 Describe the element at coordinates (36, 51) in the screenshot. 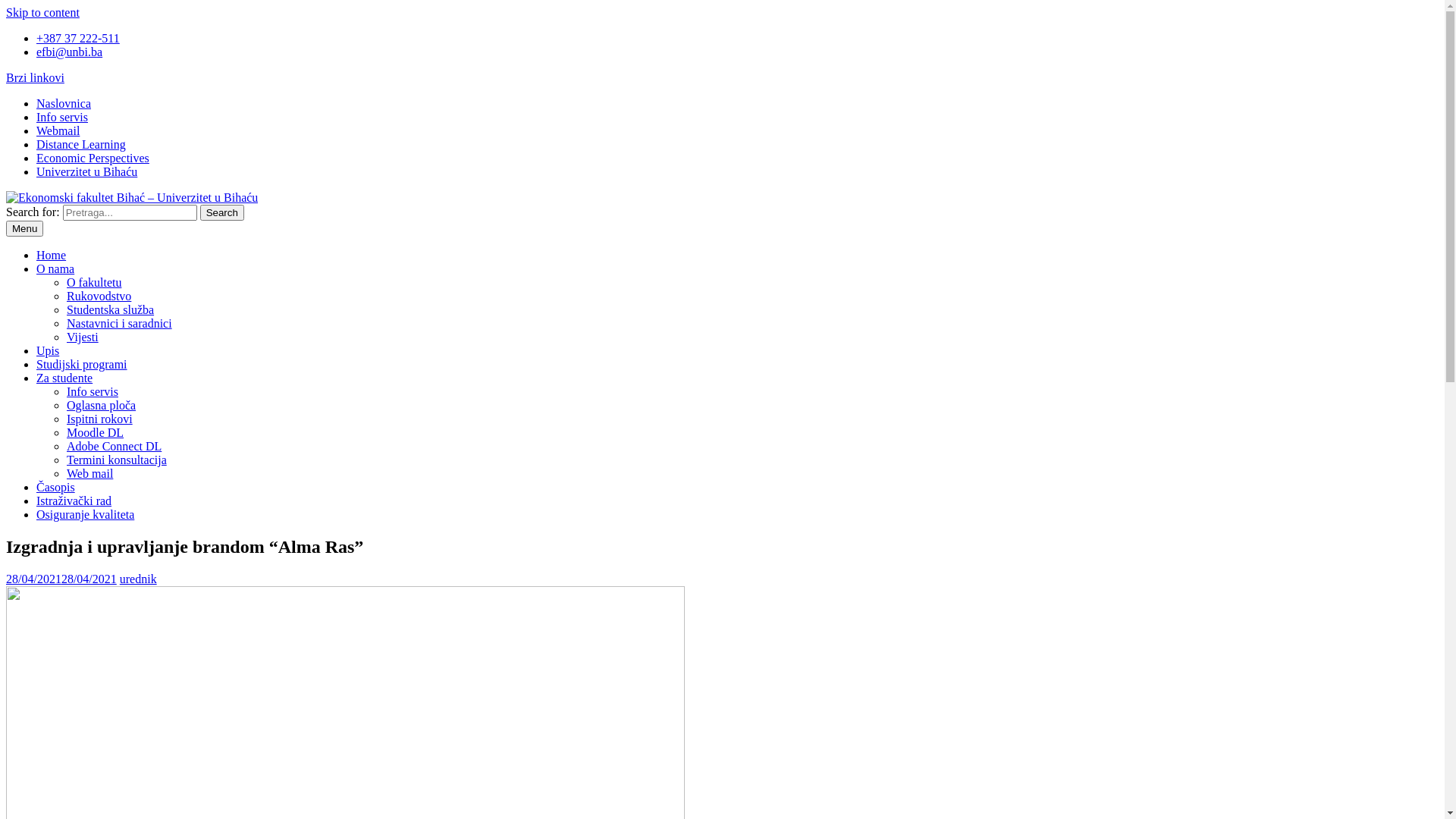

I see `'efbi@unbi.ba'` at that location.